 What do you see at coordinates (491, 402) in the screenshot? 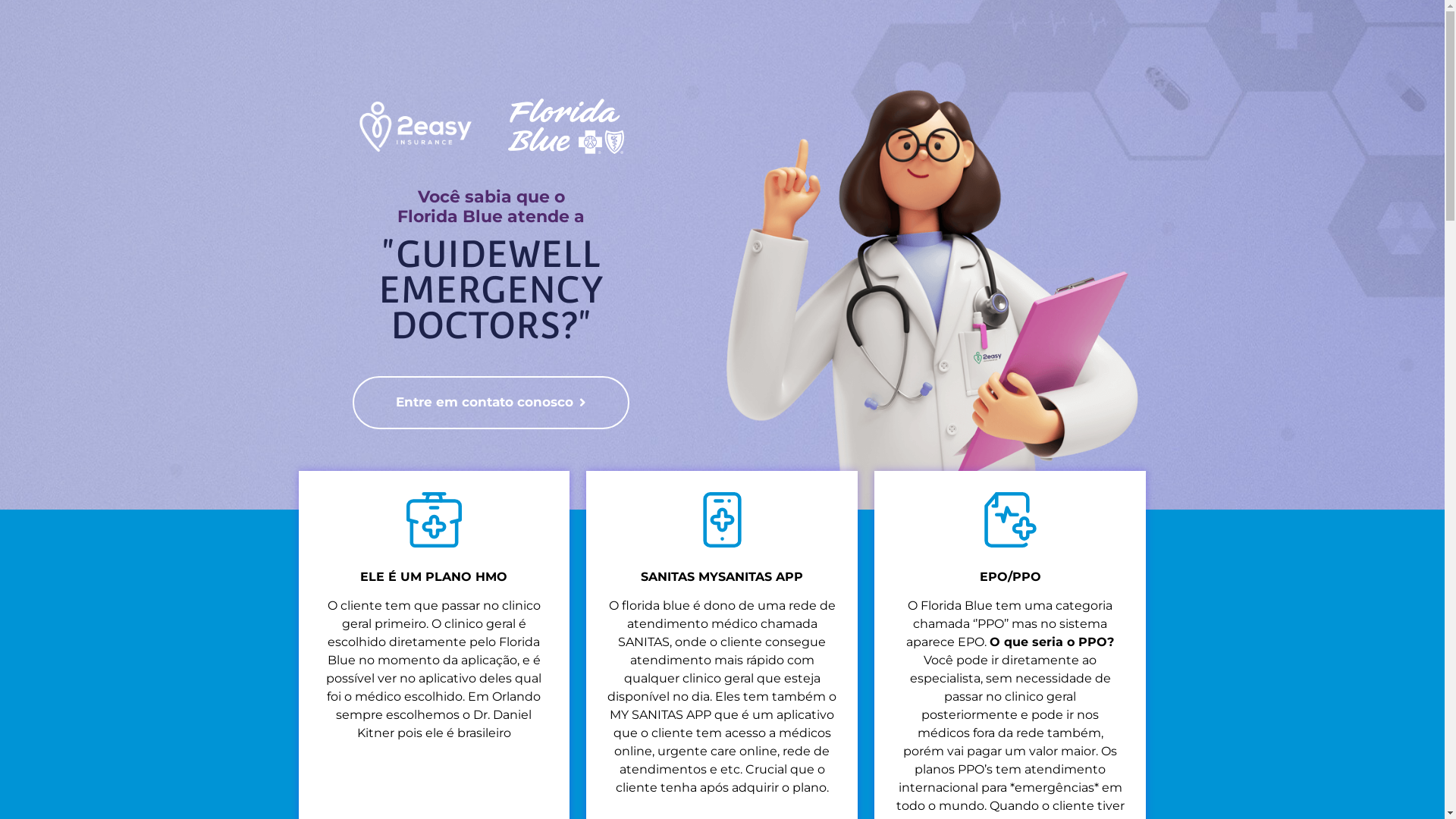
I see `'Entre em contato conosco'` at bounding box center [491, 402].